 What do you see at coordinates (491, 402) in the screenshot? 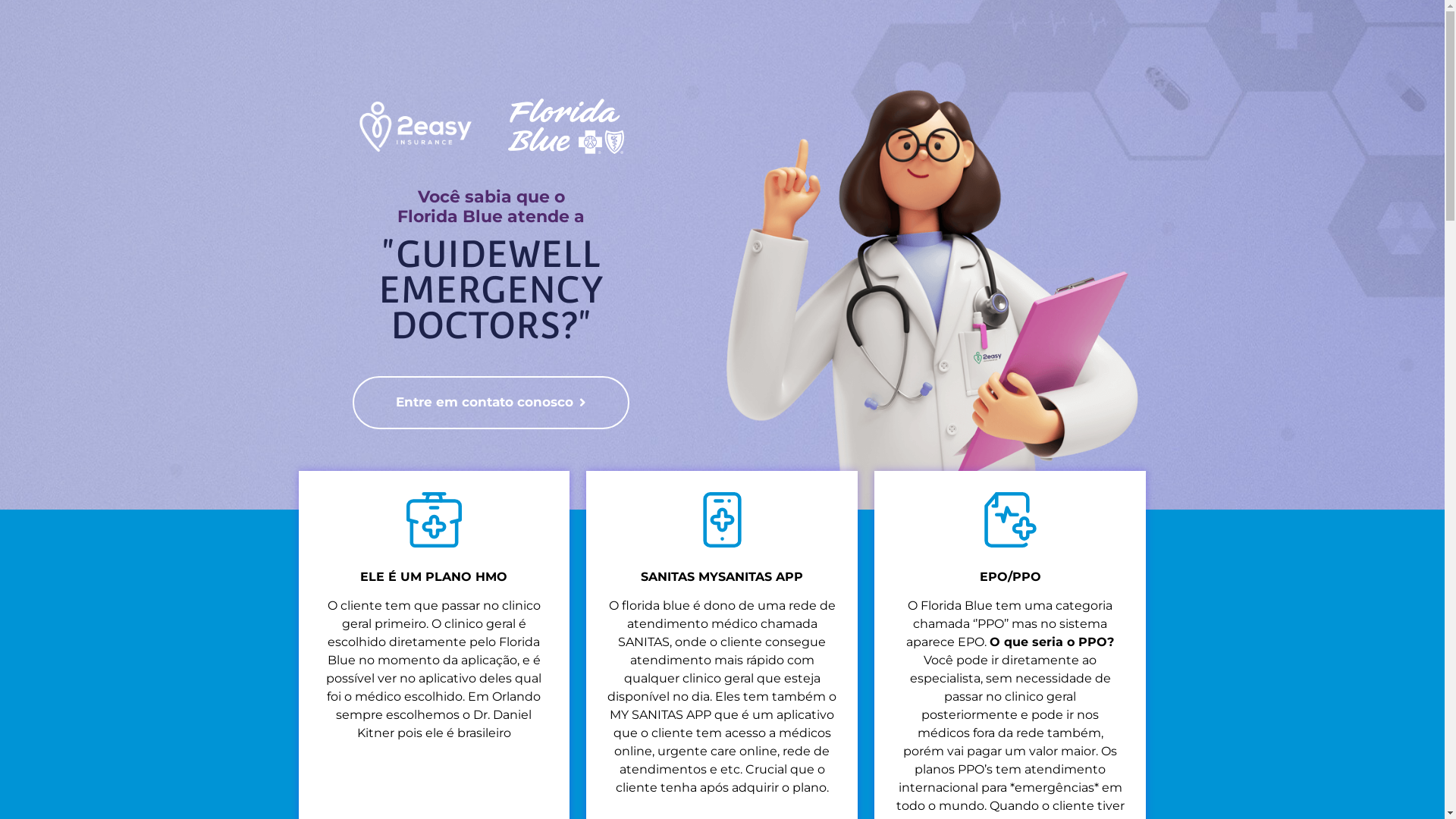
I see `'Entre em contato conosco'` at bounding box center [491, 402].